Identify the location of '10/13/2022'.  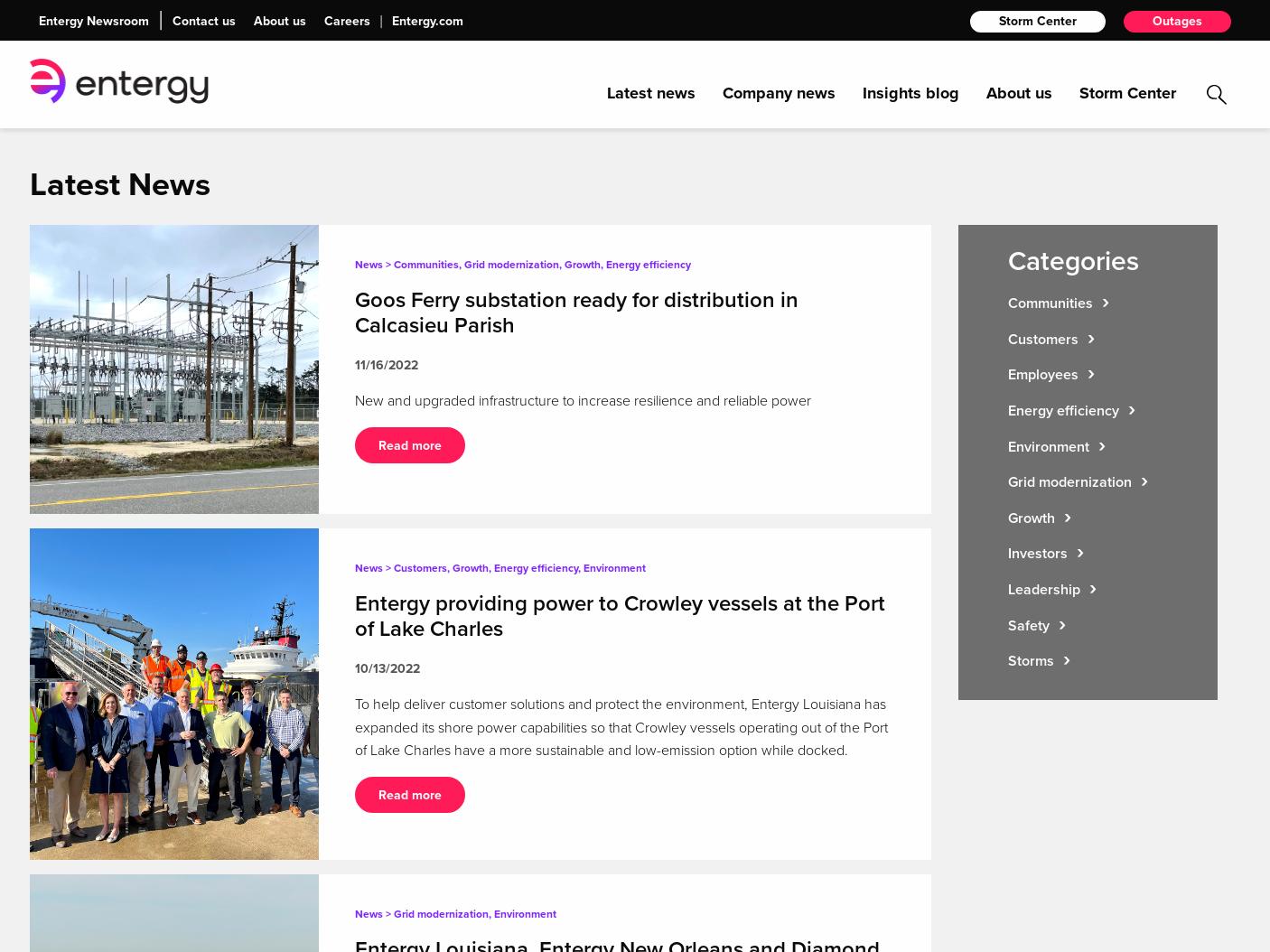
(387, 668).